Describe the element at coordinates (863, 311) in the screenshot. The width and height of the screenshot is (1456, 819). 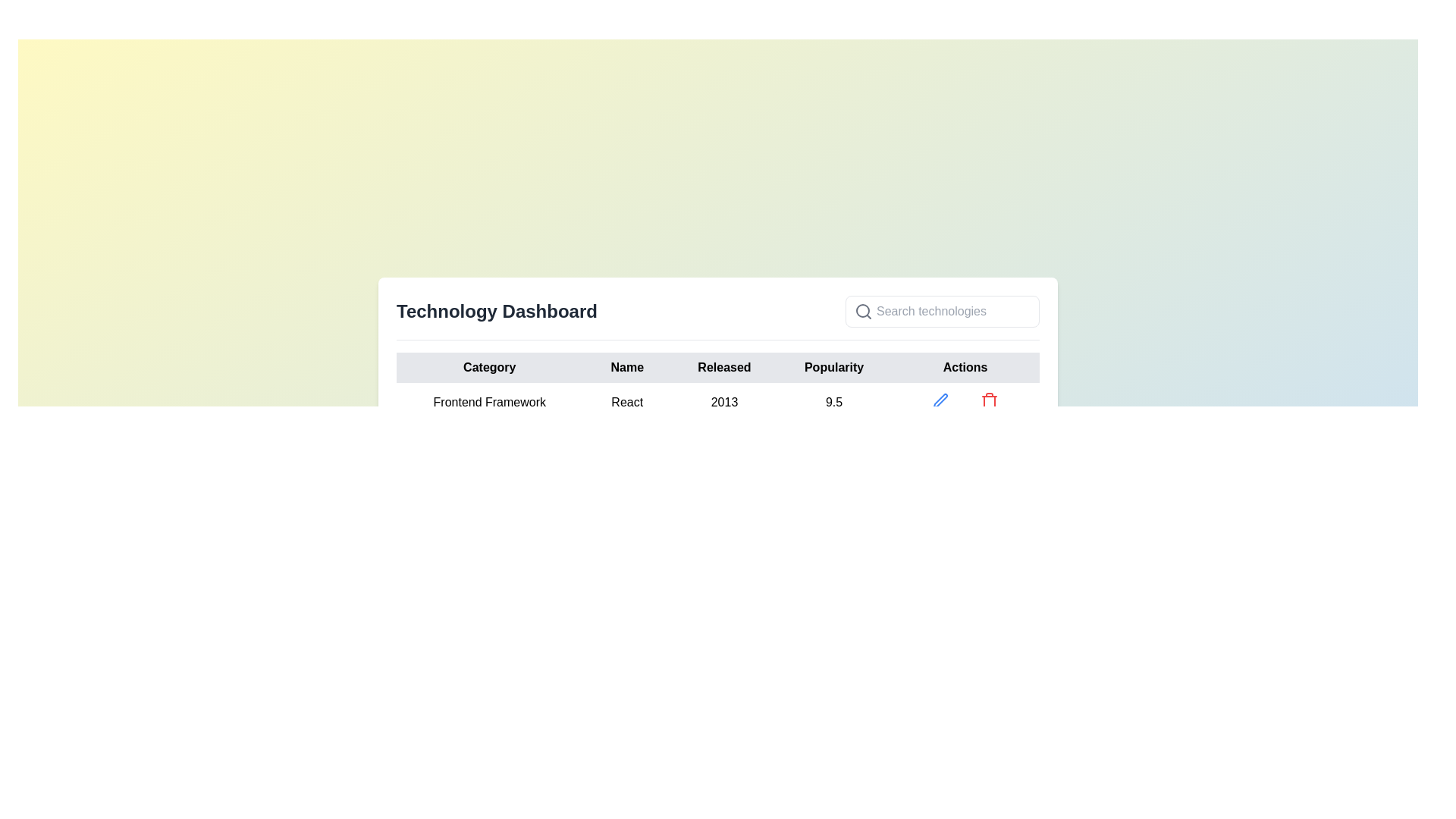
I see `the search icon, which is a magnifying glass located to the left side of the 'Search technologies' input field, centrally aligned vertically` at that location.